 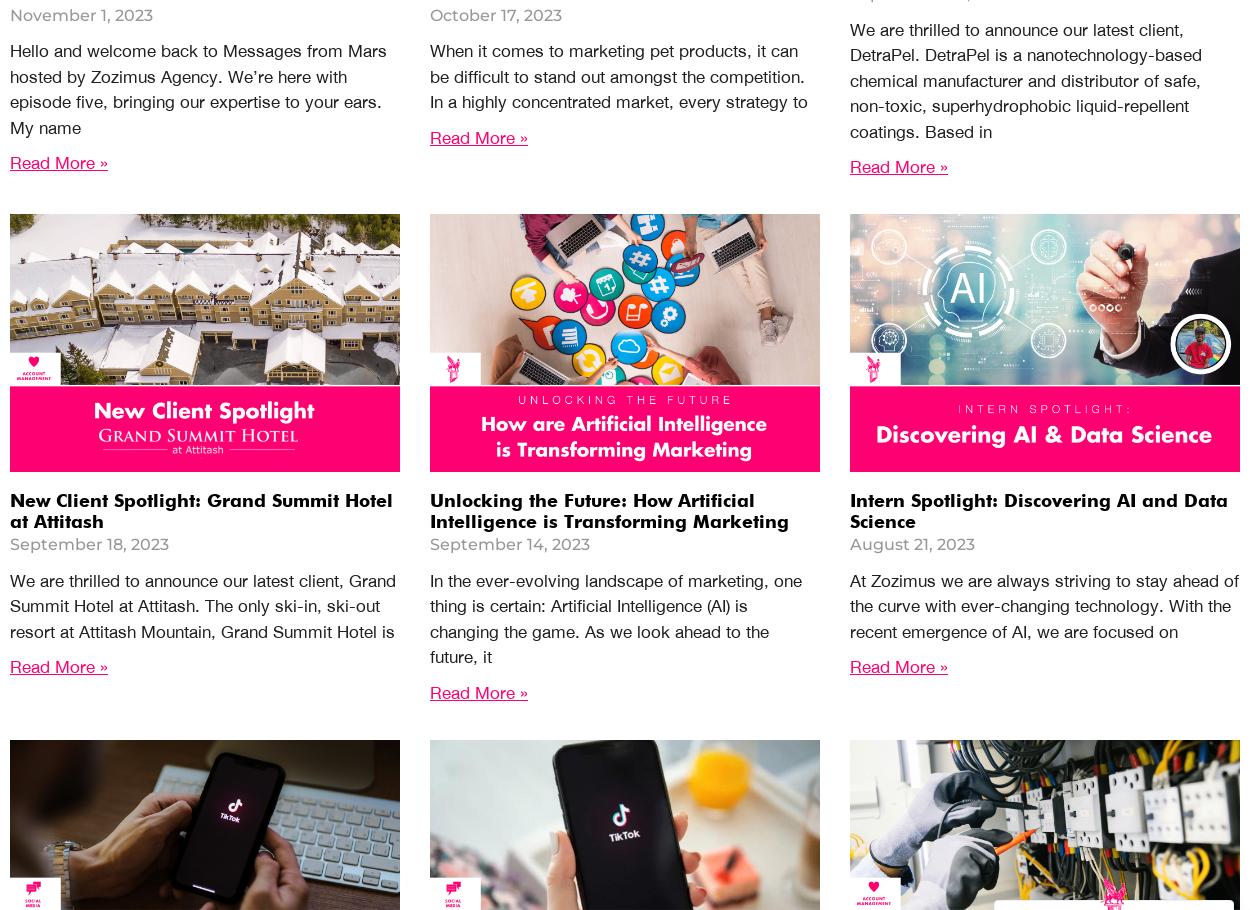 What do you see at coordinates (1039, 511) in the screenshot?
I see `'Intern Spotlight: Discovering AI and Data Science'` at bounding box center [1039, 511].